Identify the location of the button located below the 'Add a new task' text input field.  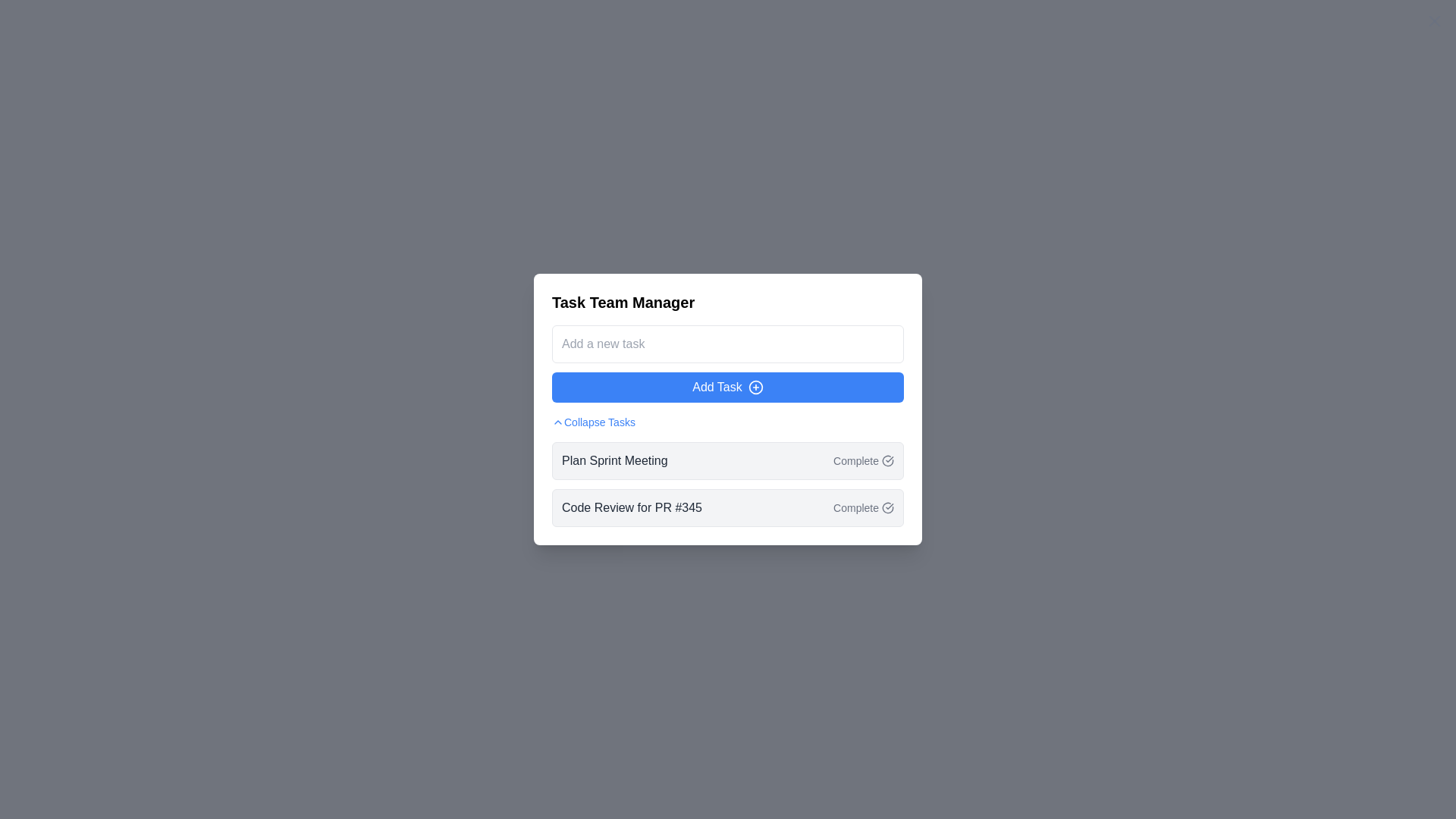
(728, 386).